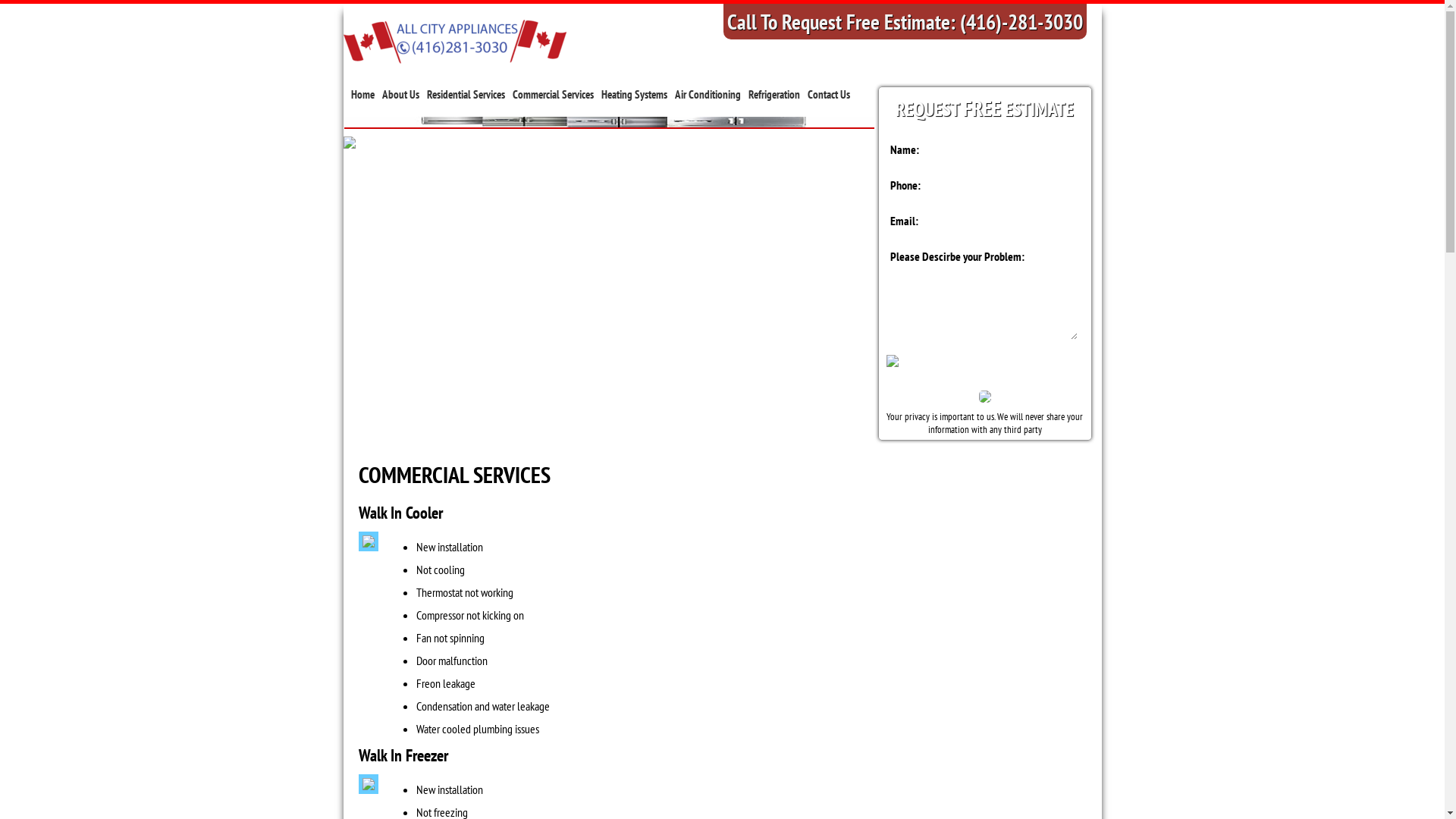  What do you see at coordinates (400, 94) in the screenshot?
I see `'About Us'` at bounding box center [400, 94].